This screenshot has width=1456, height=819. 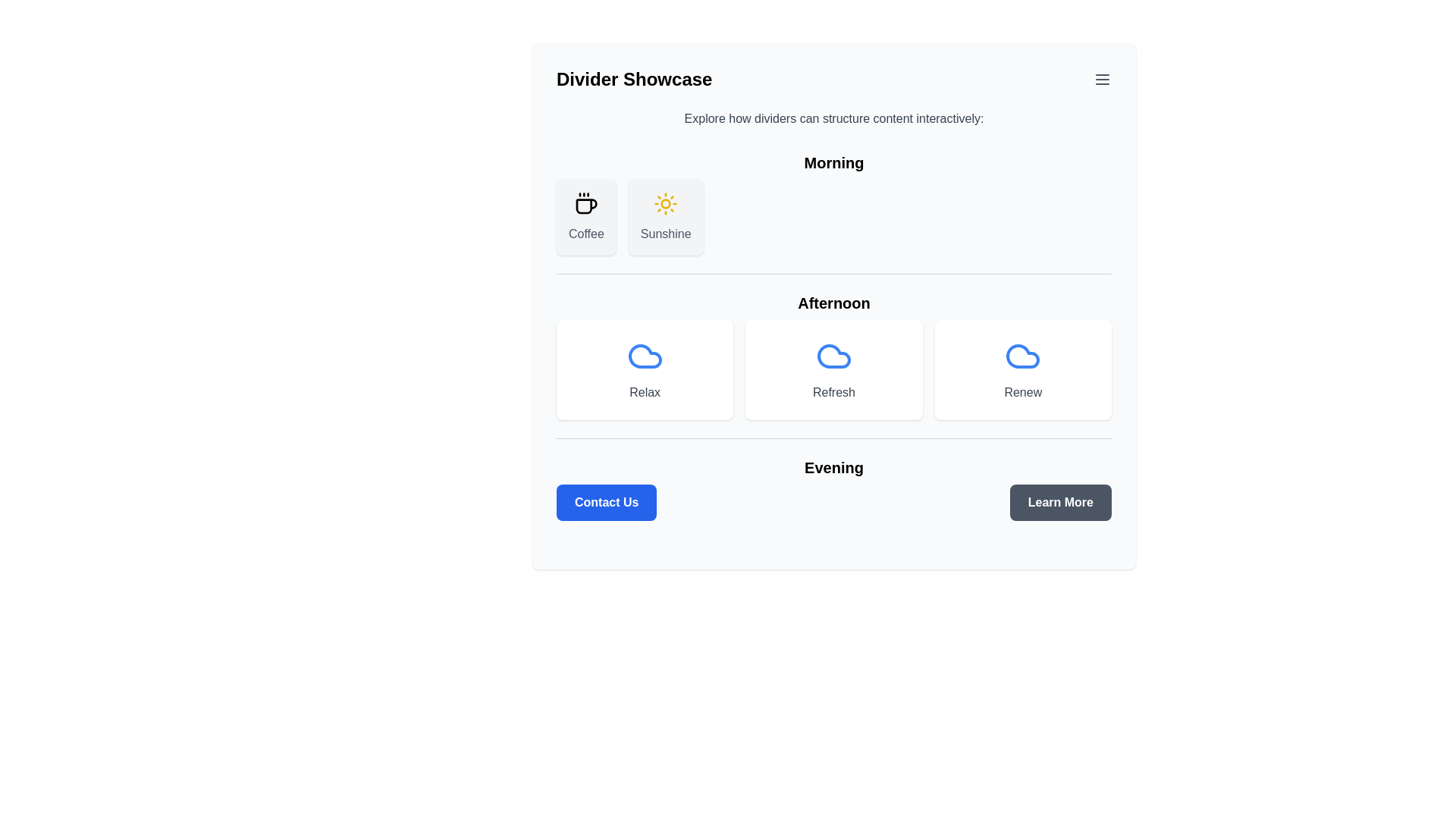 I want to click on the individual section of the grid layout UI component labeled 'Relax', 'Refresh', or 'Renew' in the 'Afternoon' section, so click(x=833, y=370).